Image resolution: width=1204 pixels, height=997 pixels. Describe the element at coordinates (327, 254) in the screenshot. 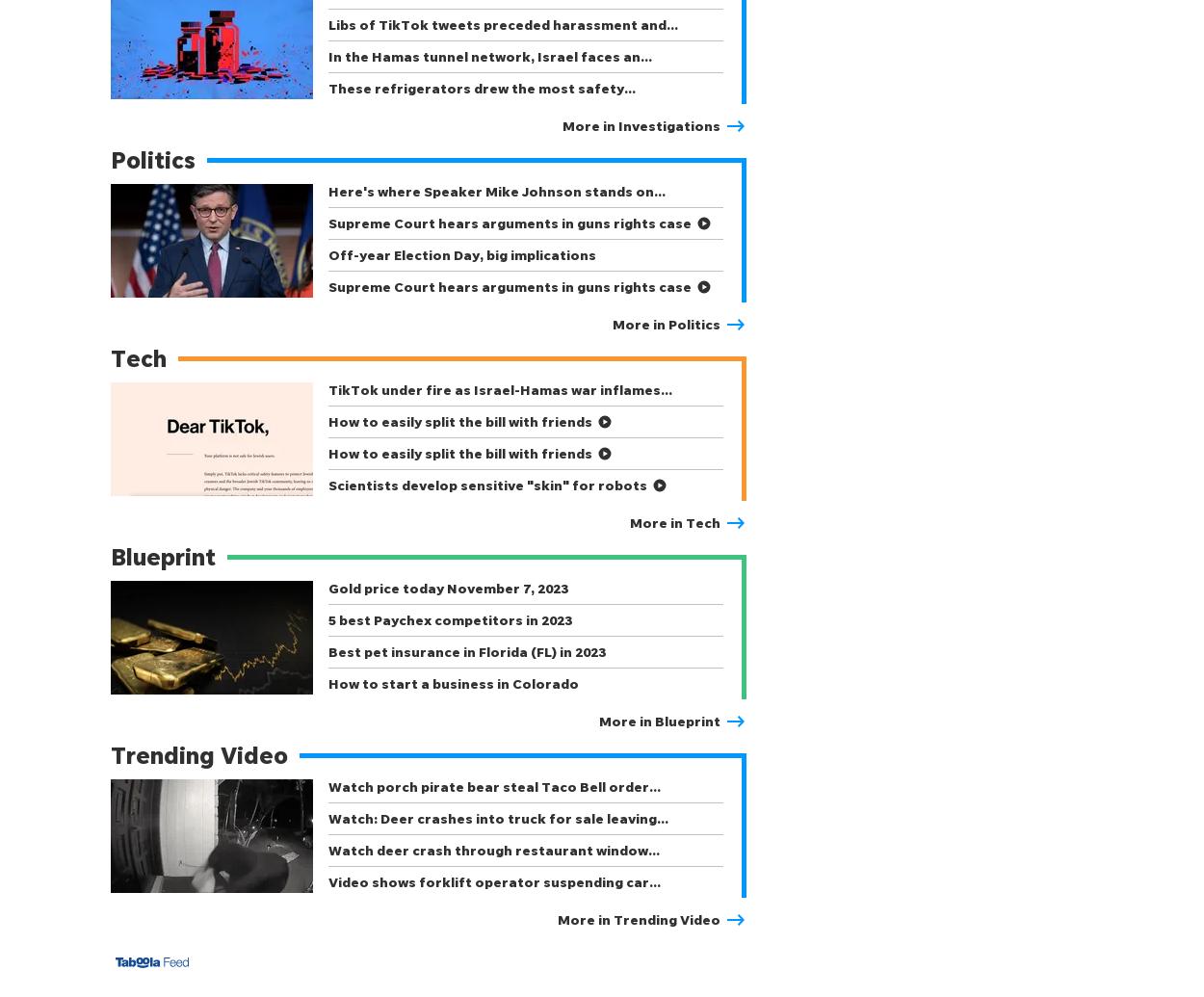

I see `'Off-year Election Day, big implications'` at that location.